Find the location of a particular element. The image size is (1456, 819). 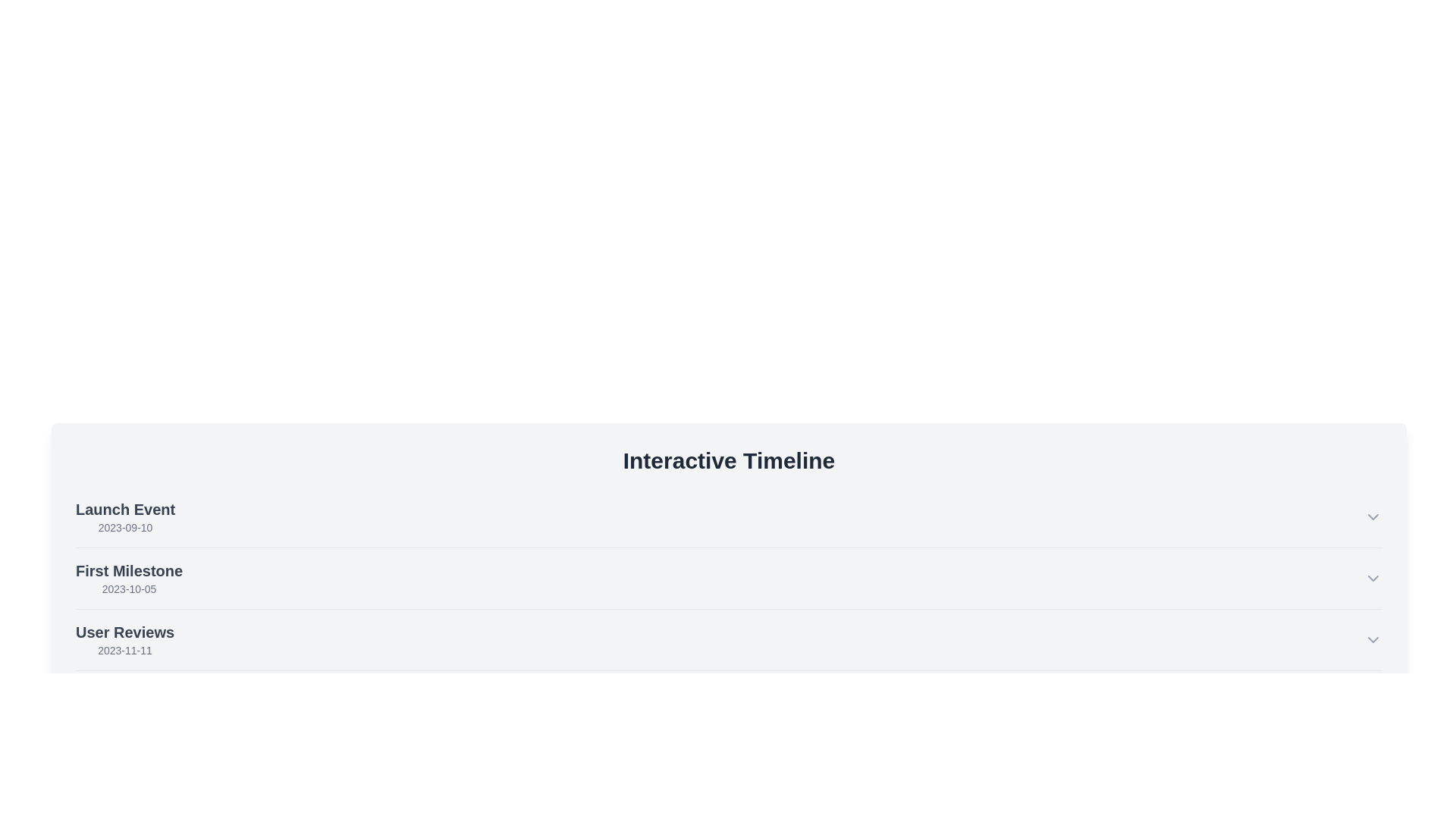

the Text label that serves as a heading for a timeline entry, located below 'Launch Event' and 'First Milestone' and grouped with the date '2023-11-11' is located at coordinates (125, 632).